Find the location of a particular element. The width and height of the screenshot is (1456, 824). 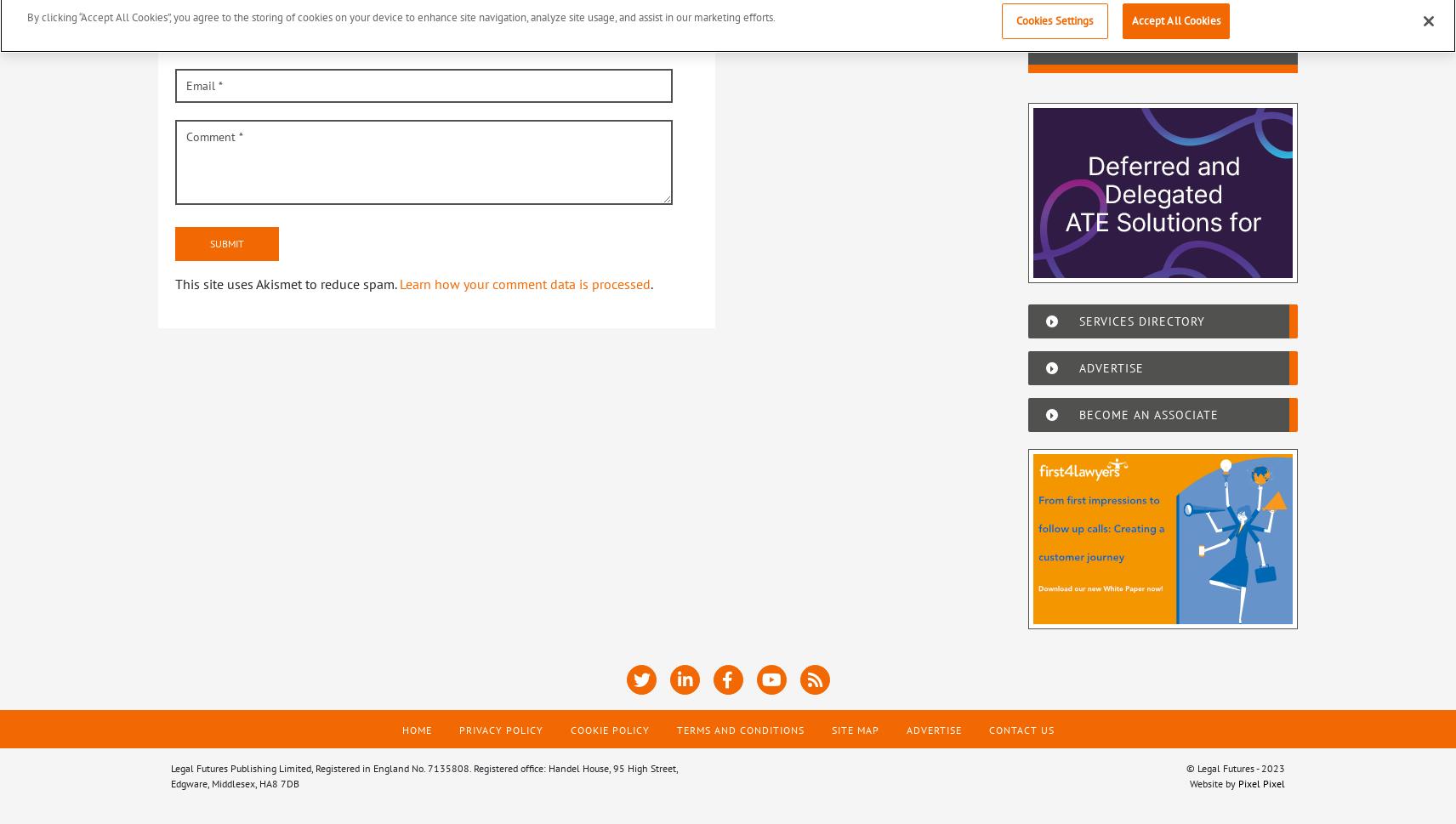

'This site uses Akismet to reduce spam.' is located at coordinates (287, 282).